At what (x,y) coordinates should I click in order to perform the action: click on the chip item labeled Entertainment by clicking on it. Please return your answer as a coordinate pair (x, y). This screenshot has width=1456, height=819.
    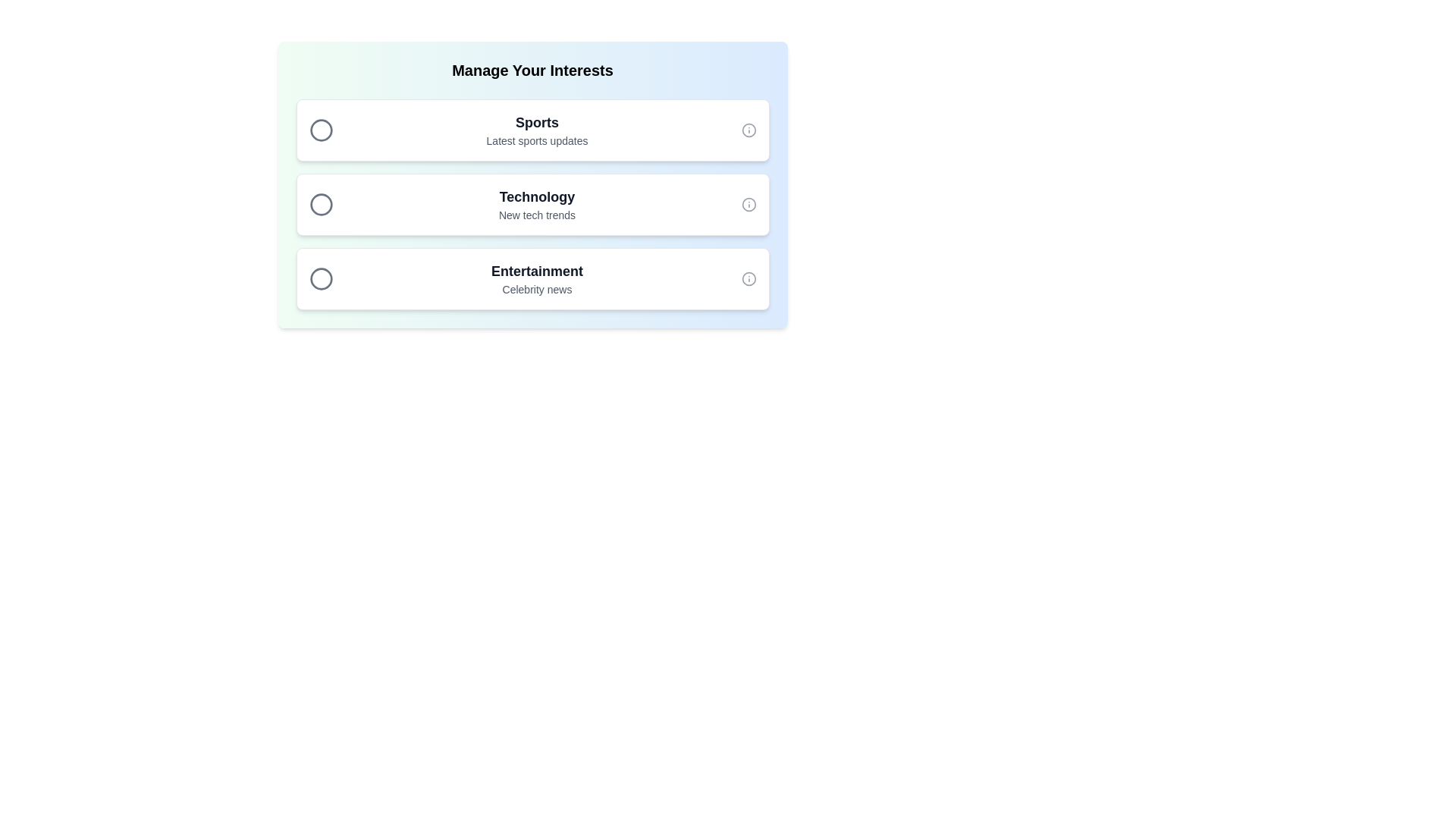
    Looking at the image, I should click on (532, 278).